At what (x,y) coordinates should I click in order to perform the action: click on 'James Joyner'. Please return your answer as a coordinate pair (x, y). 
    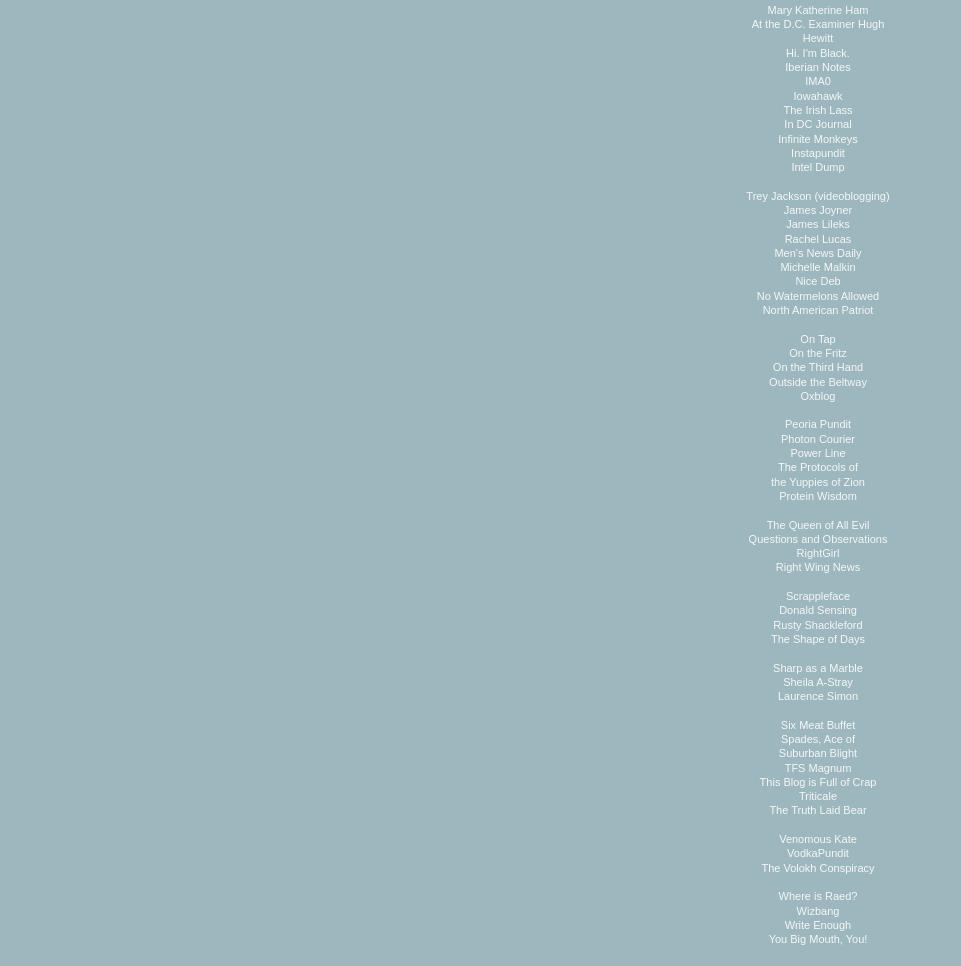
    Looking at the image, I should click on (817, 209).